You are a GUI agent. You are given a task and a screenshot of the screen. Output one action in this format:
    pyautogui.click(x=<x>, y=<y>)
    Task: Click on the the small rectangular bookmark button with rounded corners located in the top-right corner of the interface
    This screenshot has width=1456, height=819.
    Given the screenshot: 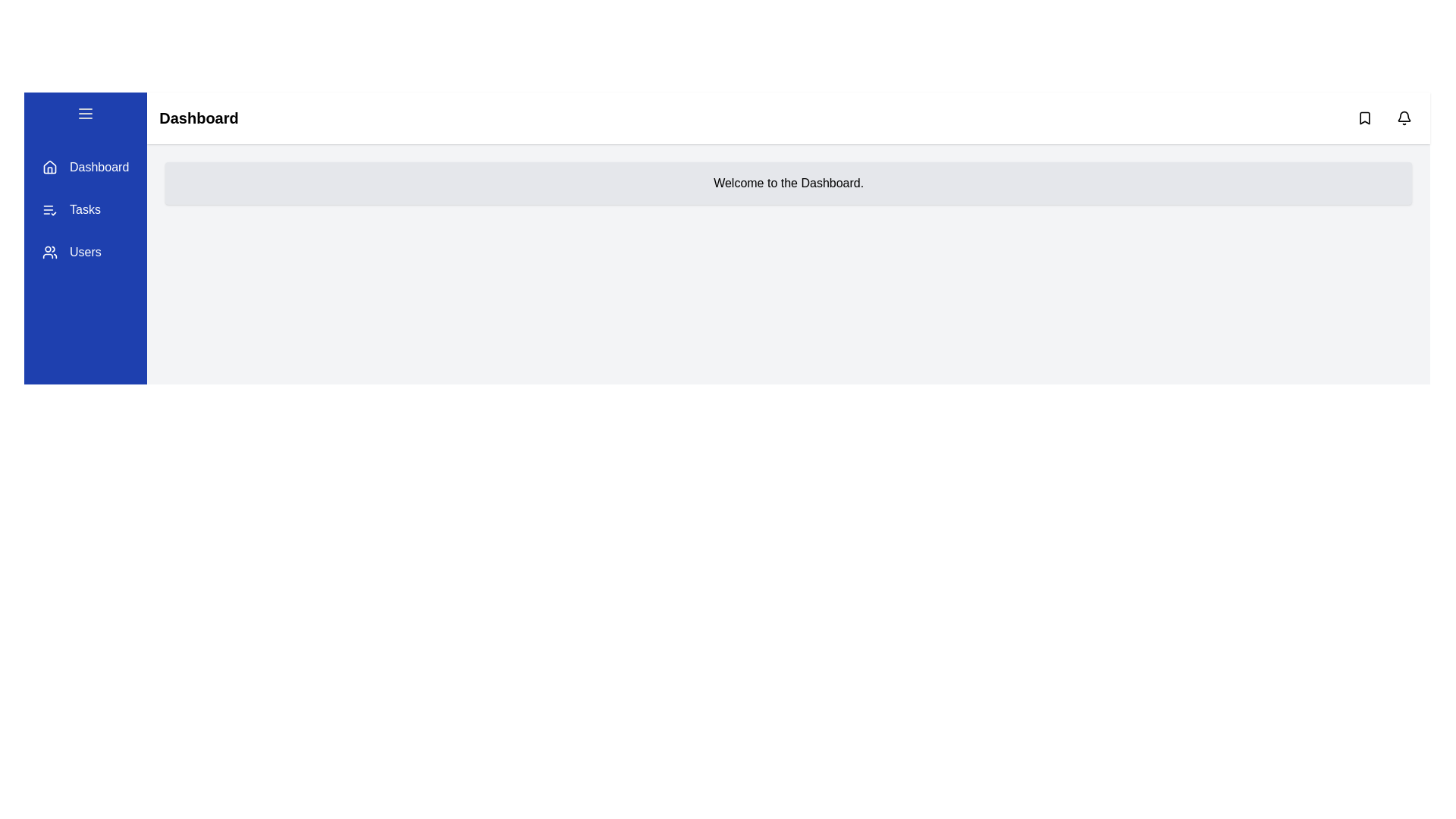 What is the action you would take?
    pyautogui.click(x=1365, y=117)
    